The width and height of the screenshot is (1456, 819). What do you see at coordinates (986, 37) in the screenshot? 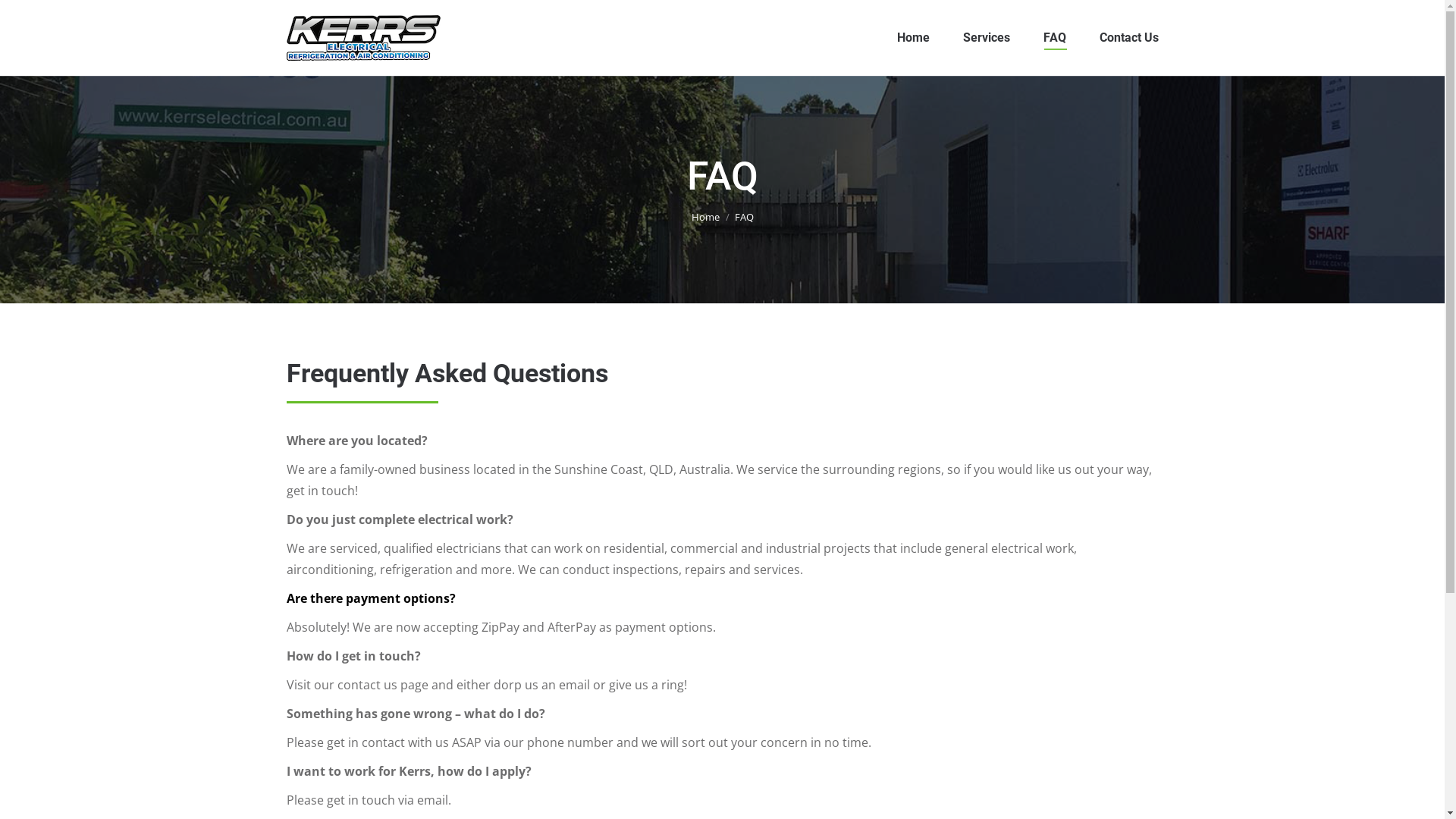
I see `'Services'` at bounding box center [986, 37].